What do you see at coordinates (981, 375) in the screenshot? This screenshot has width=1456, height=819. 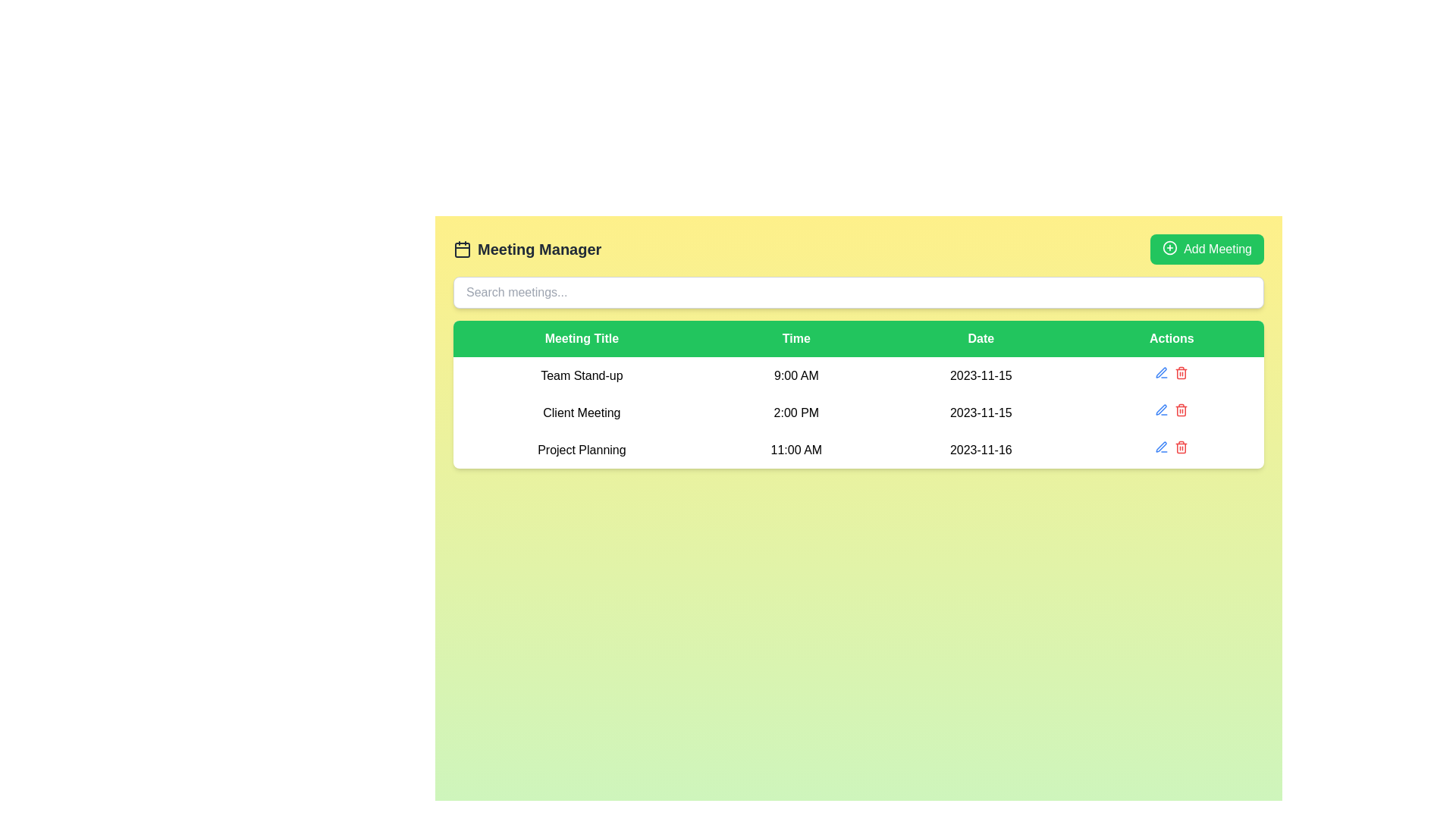 I see `the static text element displaying the date '2023-11-15' in the meeting schedule table under the 'Date' column` at bounding box center [981, 375].